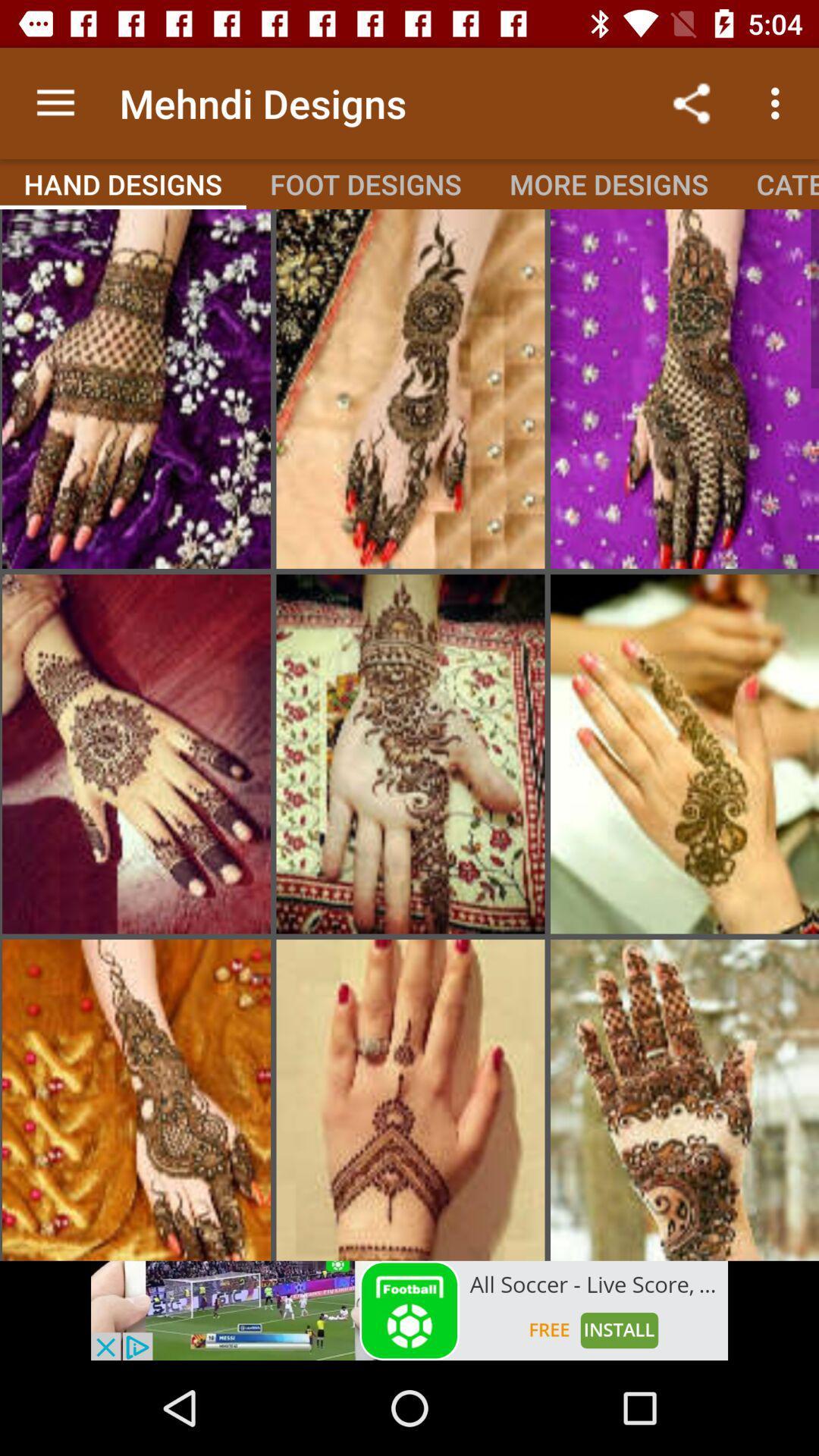  Describe the element at coordinates (136, 754) in the screenshot. I see `enlarge image` at that location.